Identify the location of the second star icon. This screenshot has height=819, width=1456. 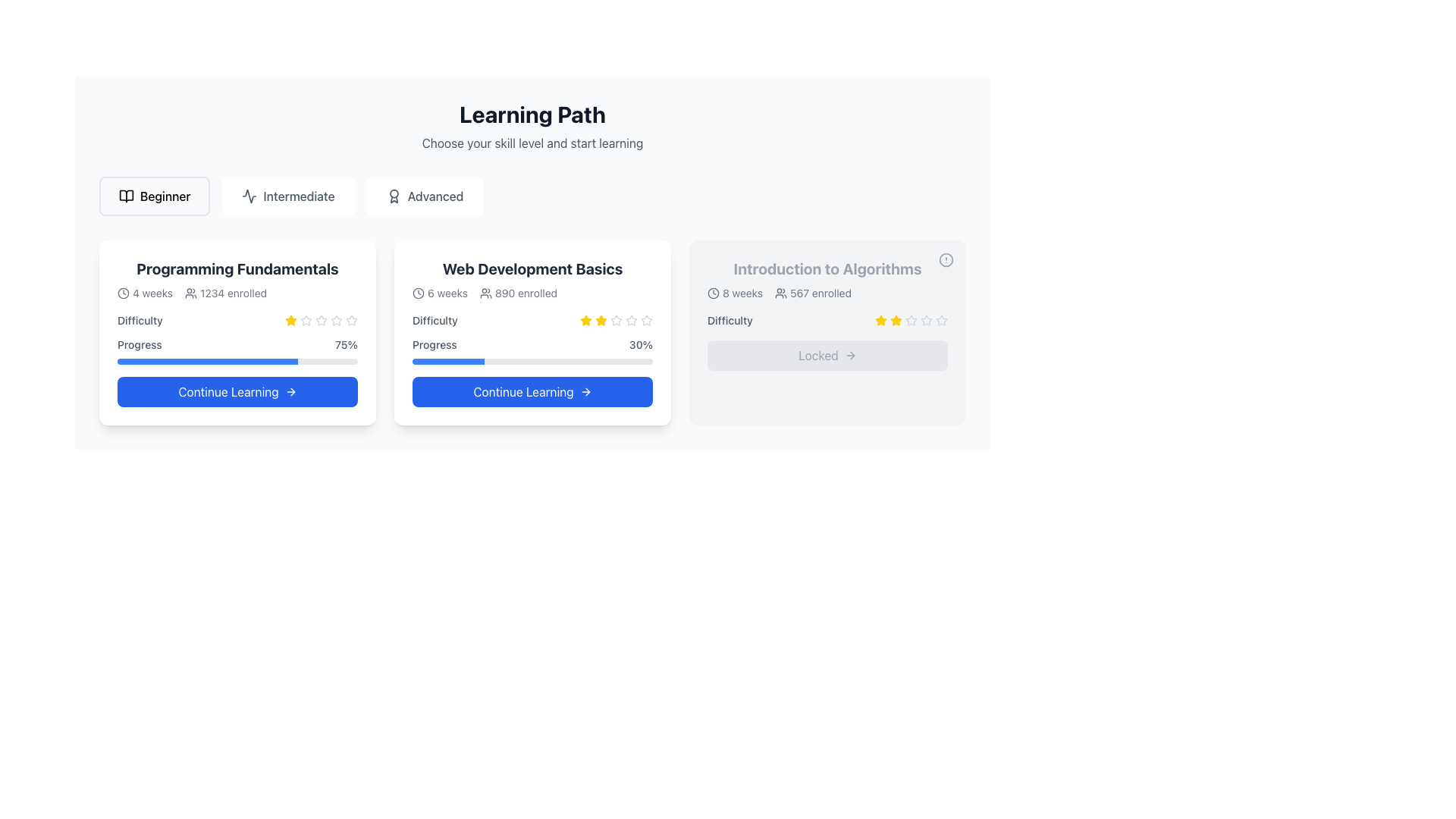
(305, 319).